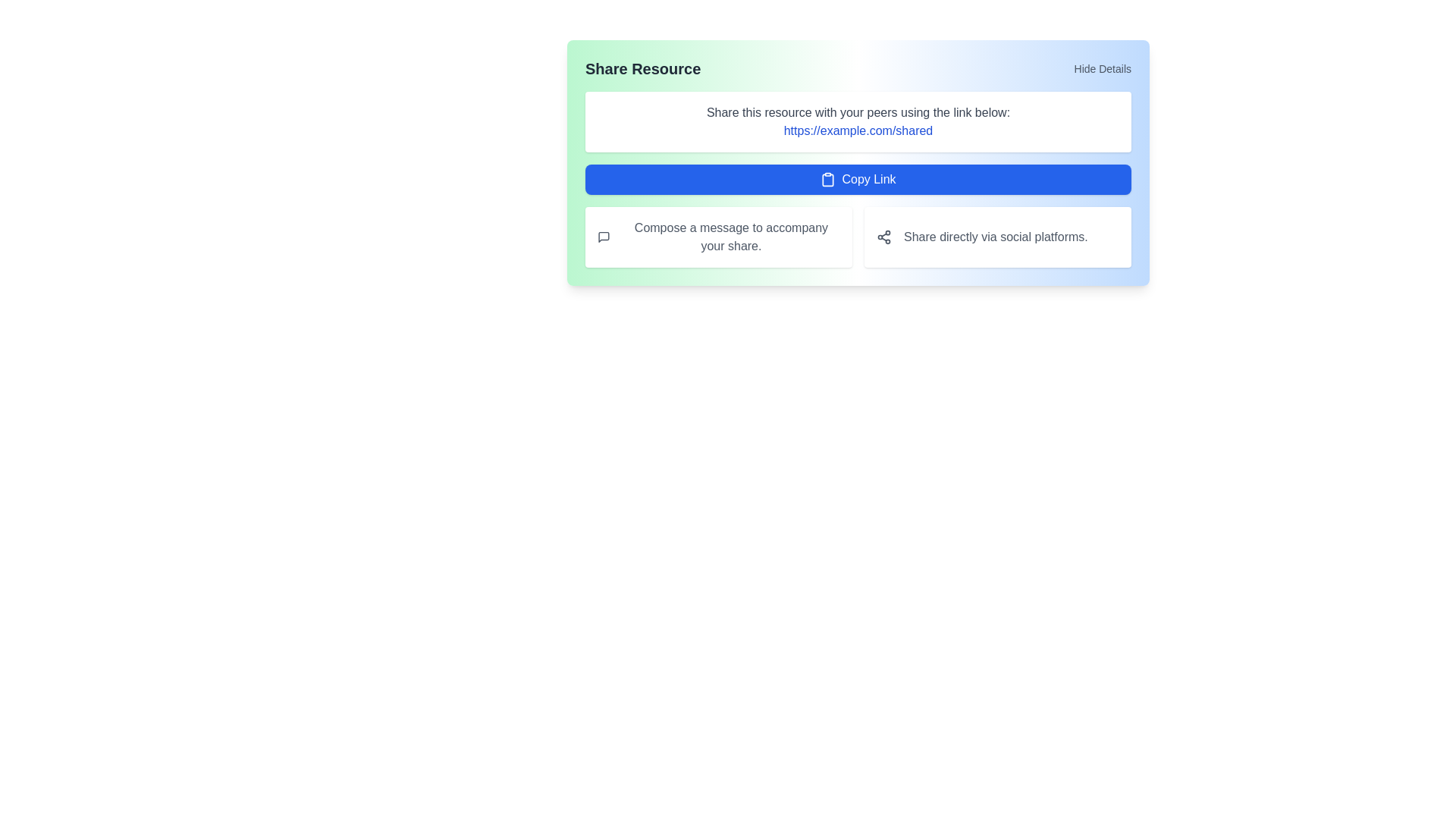 This screenshot has width=1456, height=819. What do you see at coordinates (997, 237) in the screenshot?
I see `the button-like component located in the bottom right section of the grid layout` at bounding box center [997, 237].